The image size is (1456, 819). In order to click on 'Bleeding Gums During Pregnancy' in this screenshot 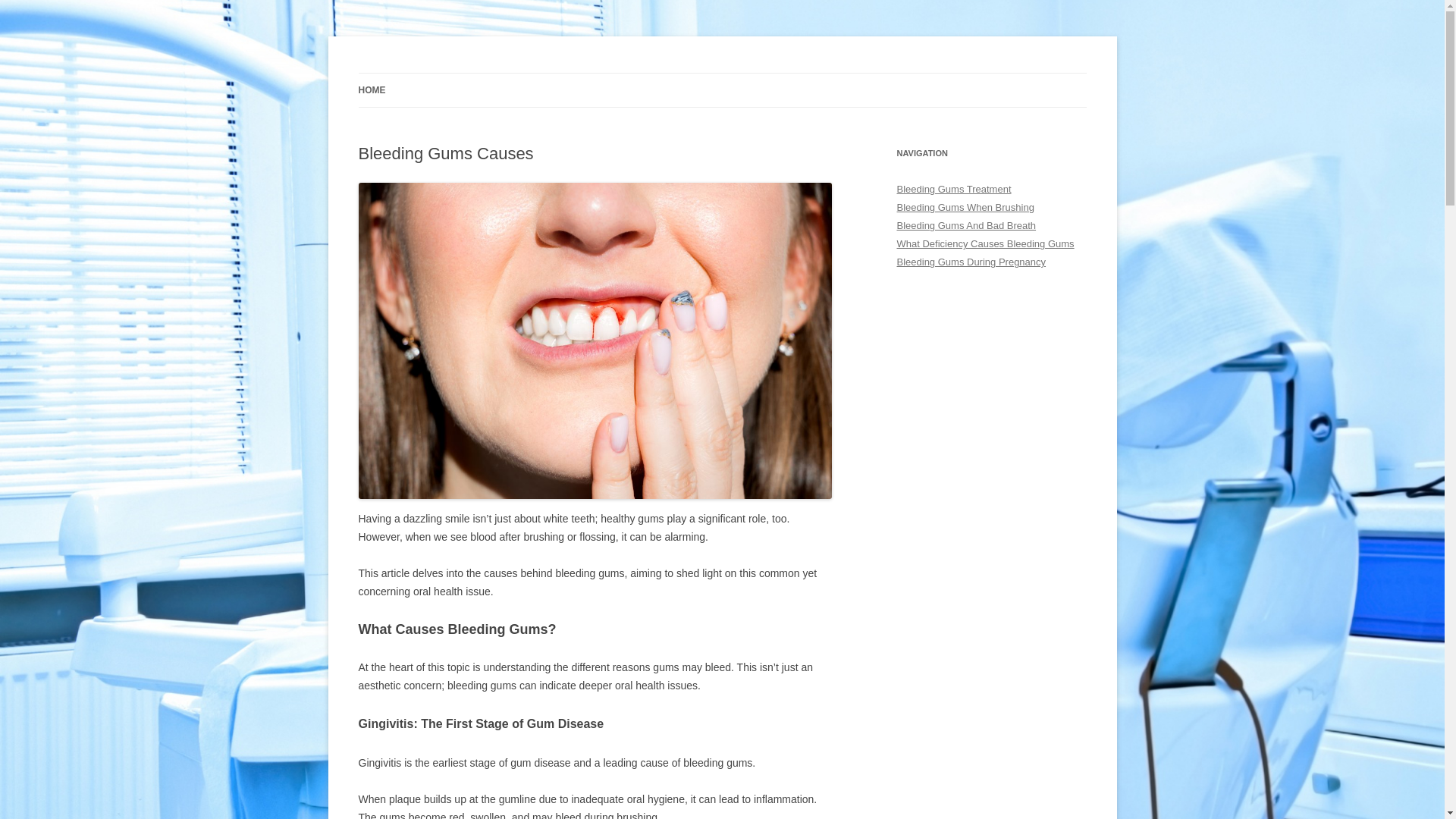, I will do `click(971, 261)`.